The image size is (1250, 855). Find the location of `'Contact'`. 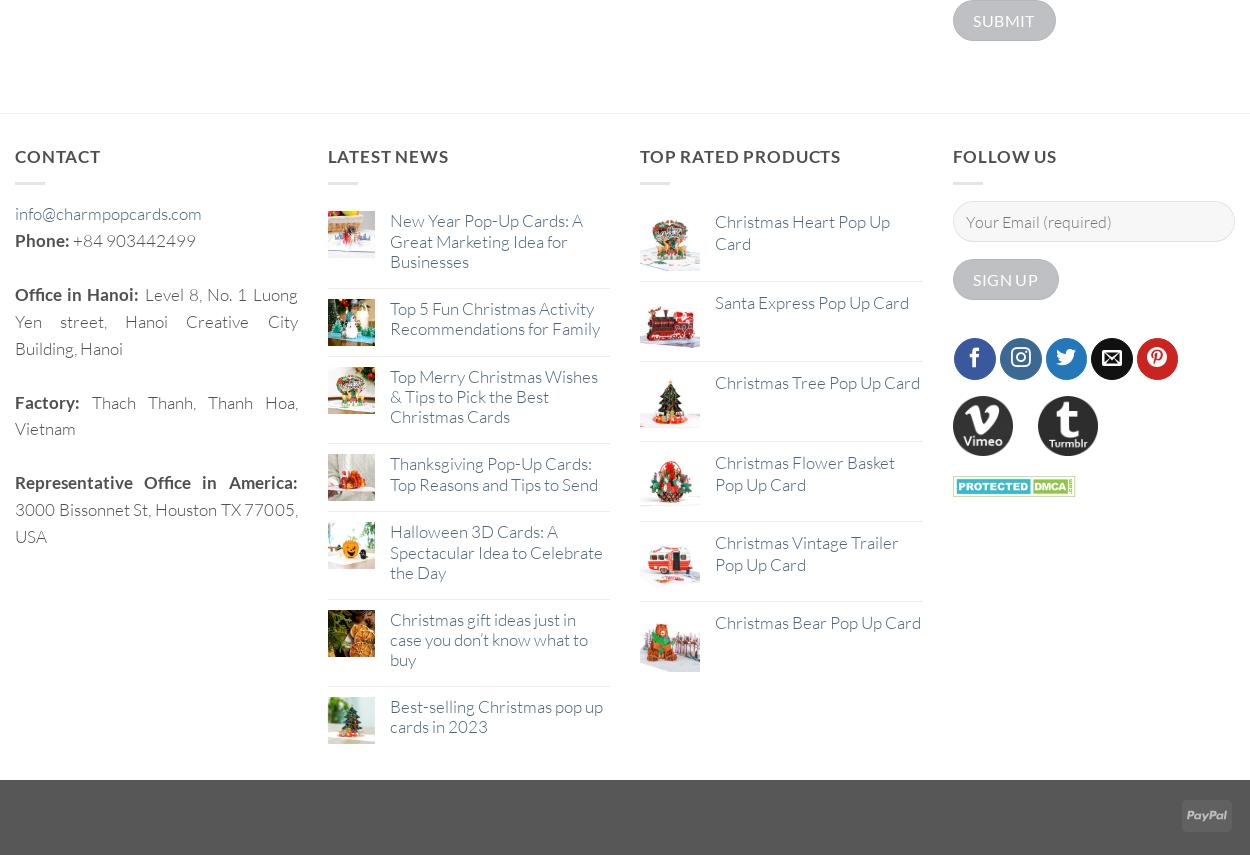

'Contact' is located at coordinates (57, 155).